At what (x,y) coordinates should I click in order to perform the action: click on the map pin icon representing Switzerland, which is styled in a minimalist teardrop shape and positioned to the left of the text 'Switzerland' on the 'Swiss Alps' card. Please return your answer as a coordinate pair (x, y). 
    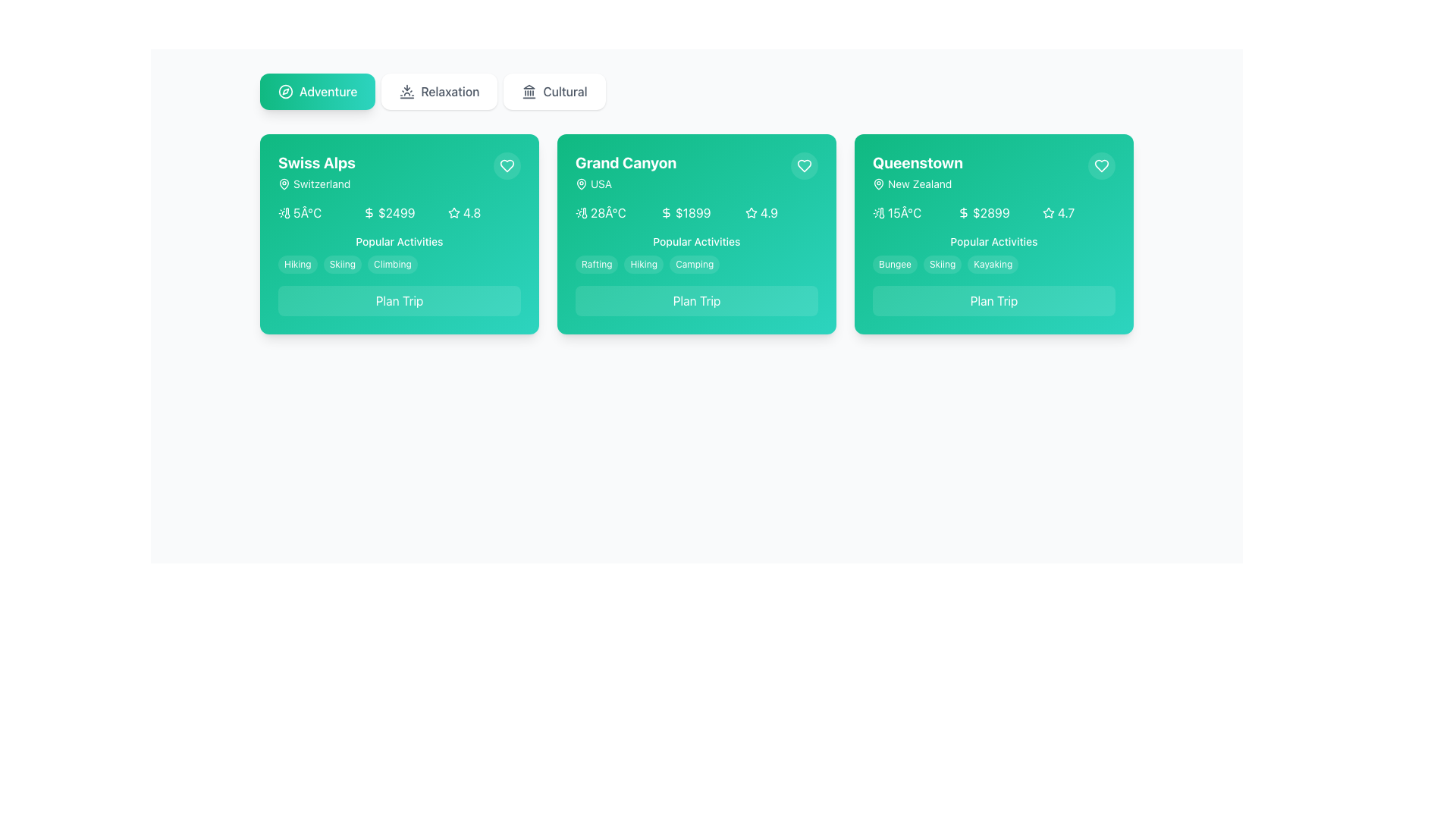
    Looking at the image, I should click on (284, 184).